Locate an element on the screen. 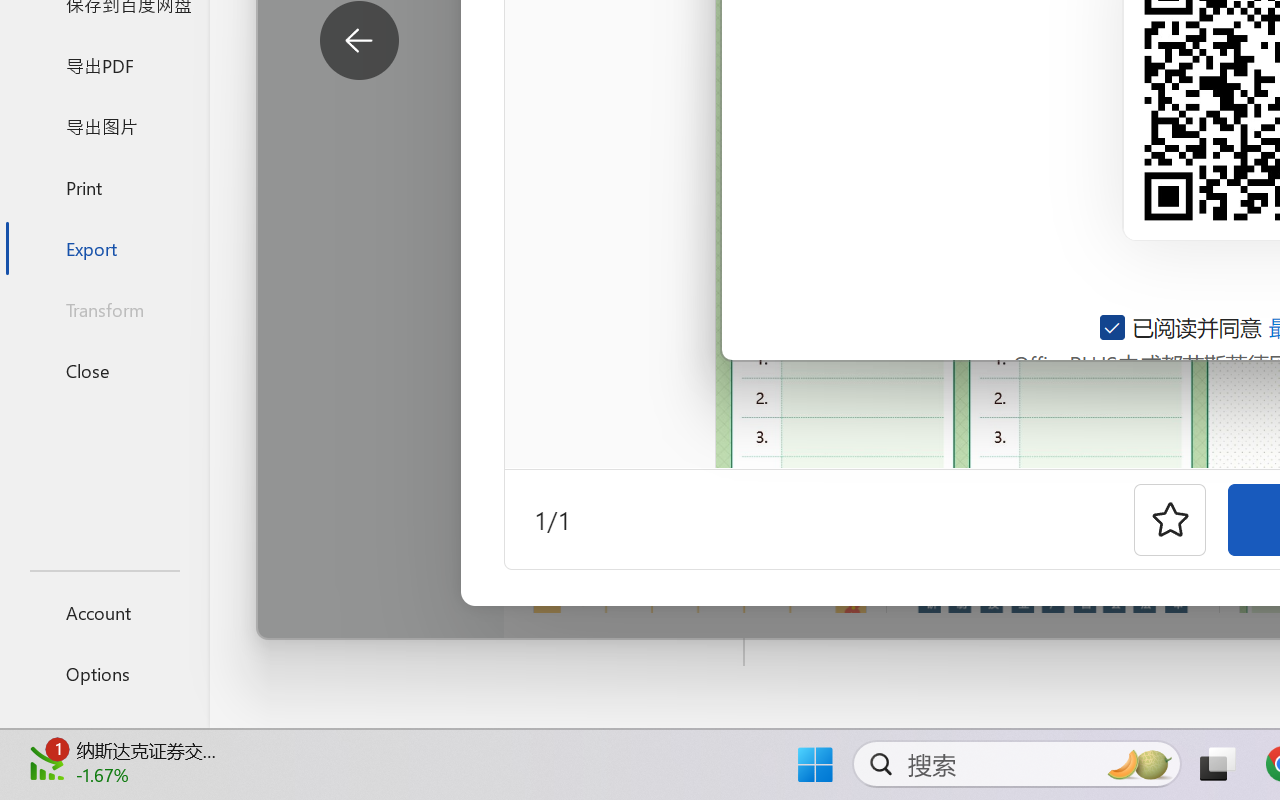 The image size is (1280, 800). 'Account' is located at coordinates (103, 612).